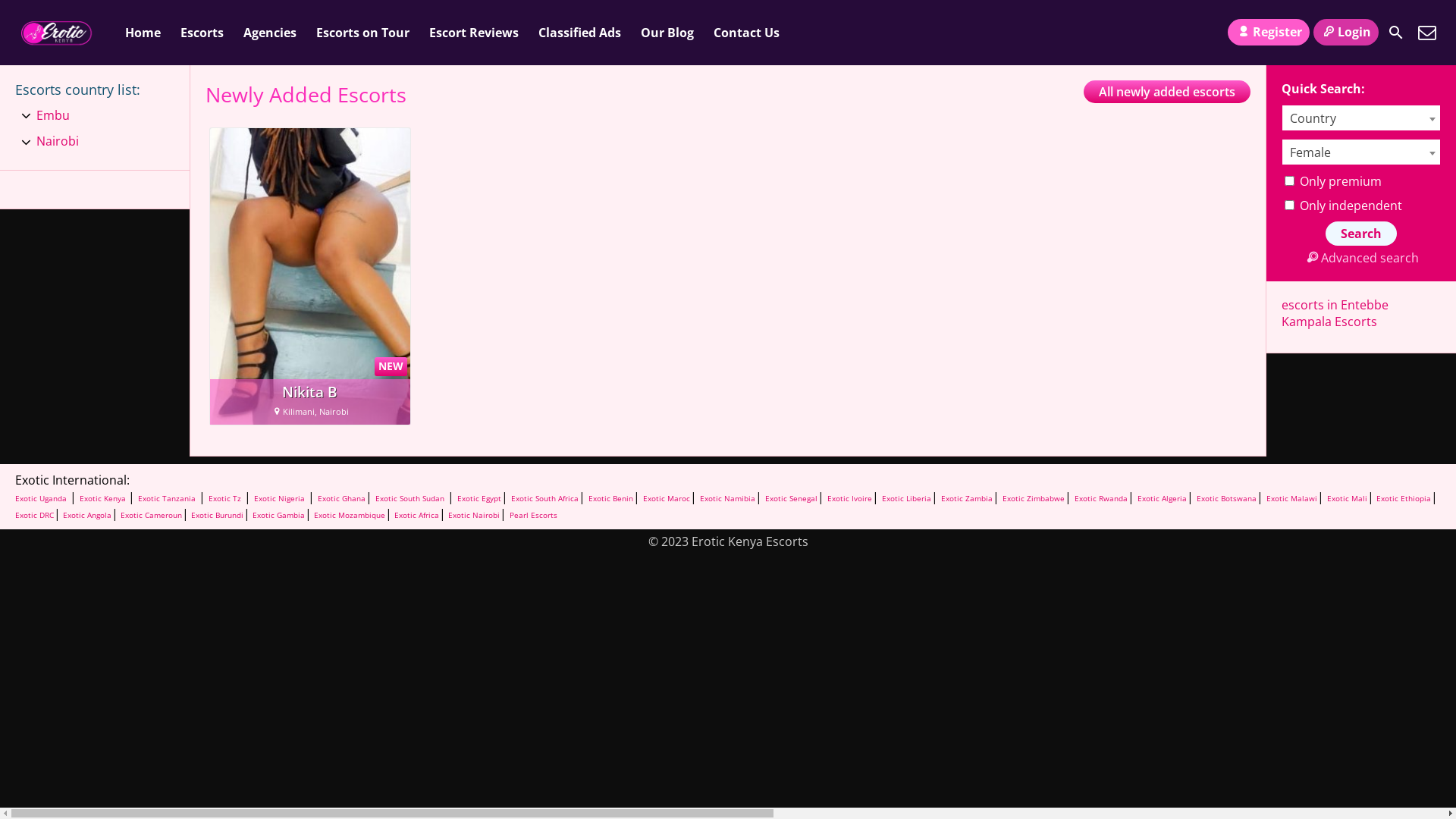 The width and height of the screenshot is (1456, 819). Describe the element at coordinates (666, 497) in the screenshot. I see `'Exotic Maroc'` at that location.